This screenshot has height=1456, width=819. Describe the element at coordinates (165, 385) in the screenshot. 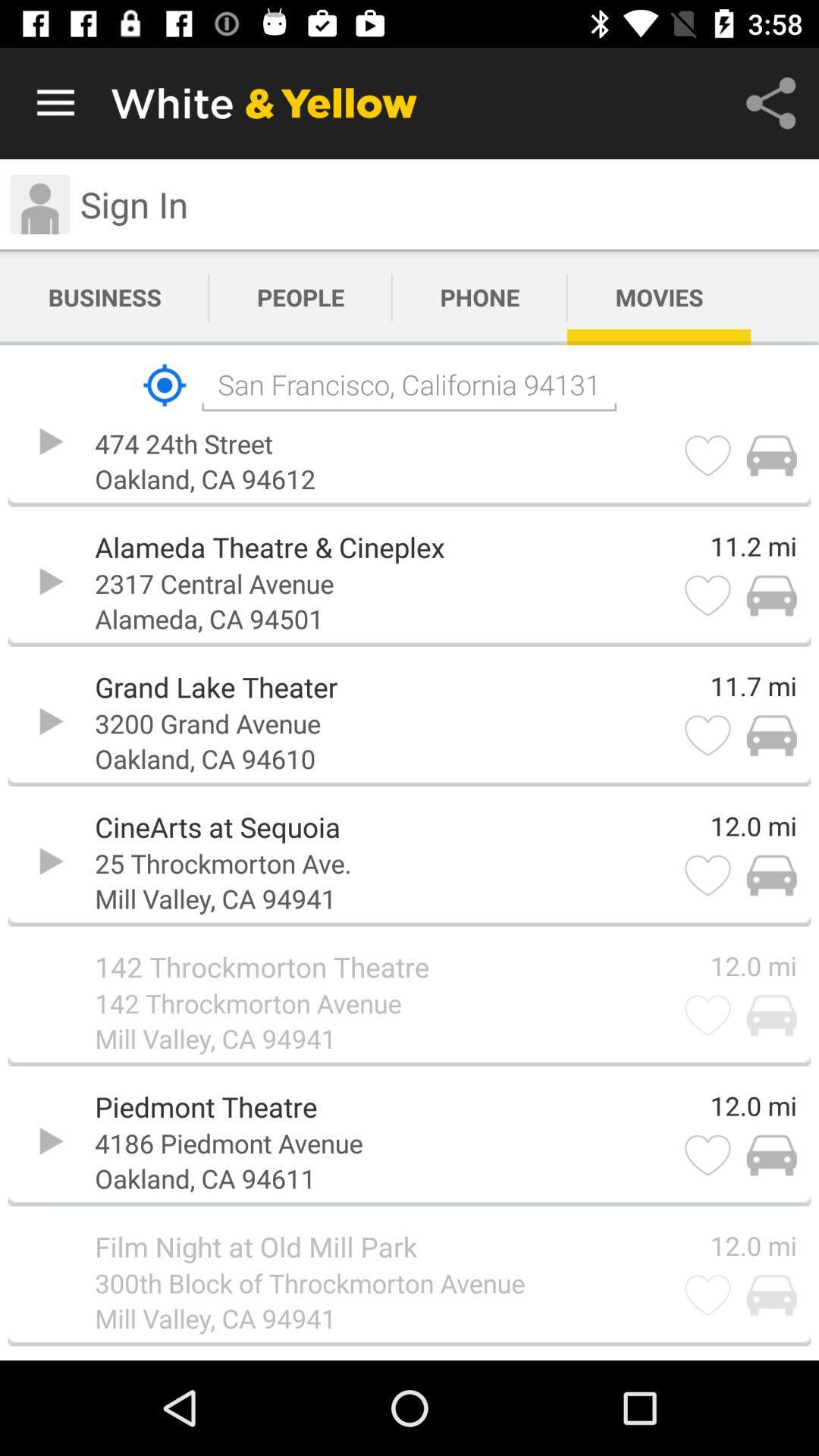

I see `the icon next to the san francisco california` at that location.